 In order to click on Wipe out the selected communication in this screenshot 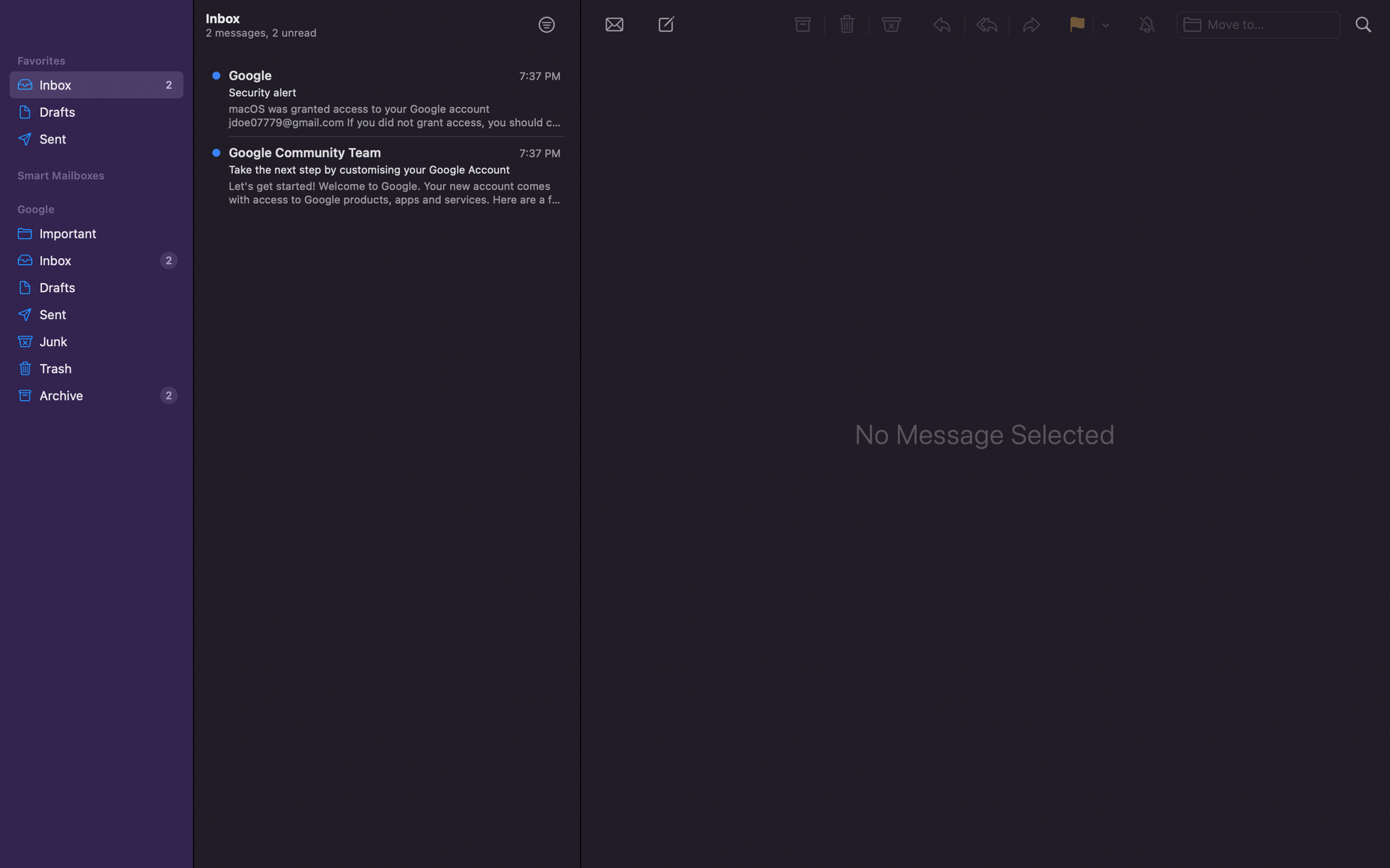, I will do `click(848, 24)`.